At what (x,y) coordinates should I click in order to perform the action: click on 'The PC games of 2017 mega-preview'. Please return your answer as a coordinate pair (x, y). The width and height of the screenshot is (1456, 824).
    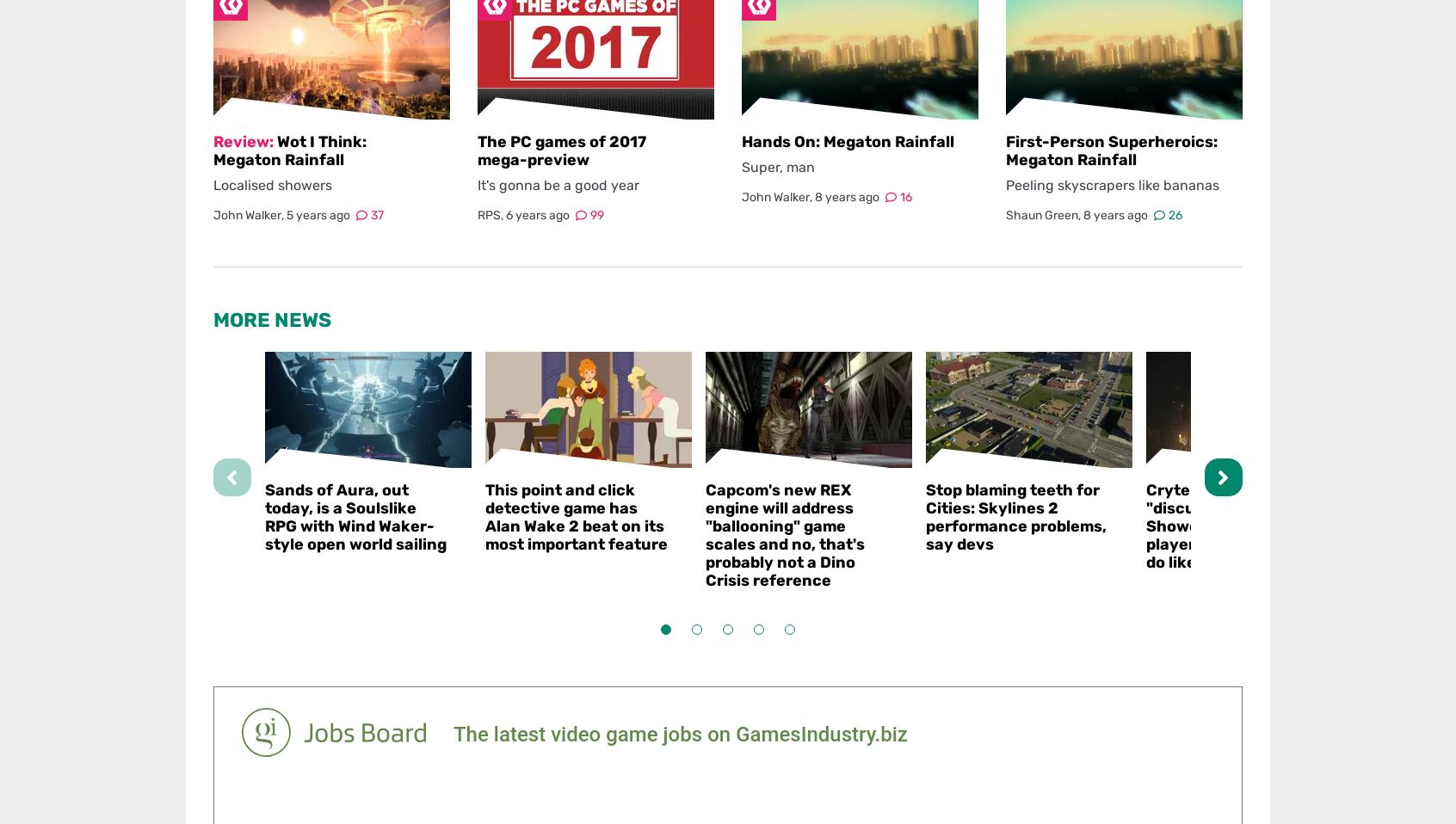
    Looking at the image, I should click on (561, 150).